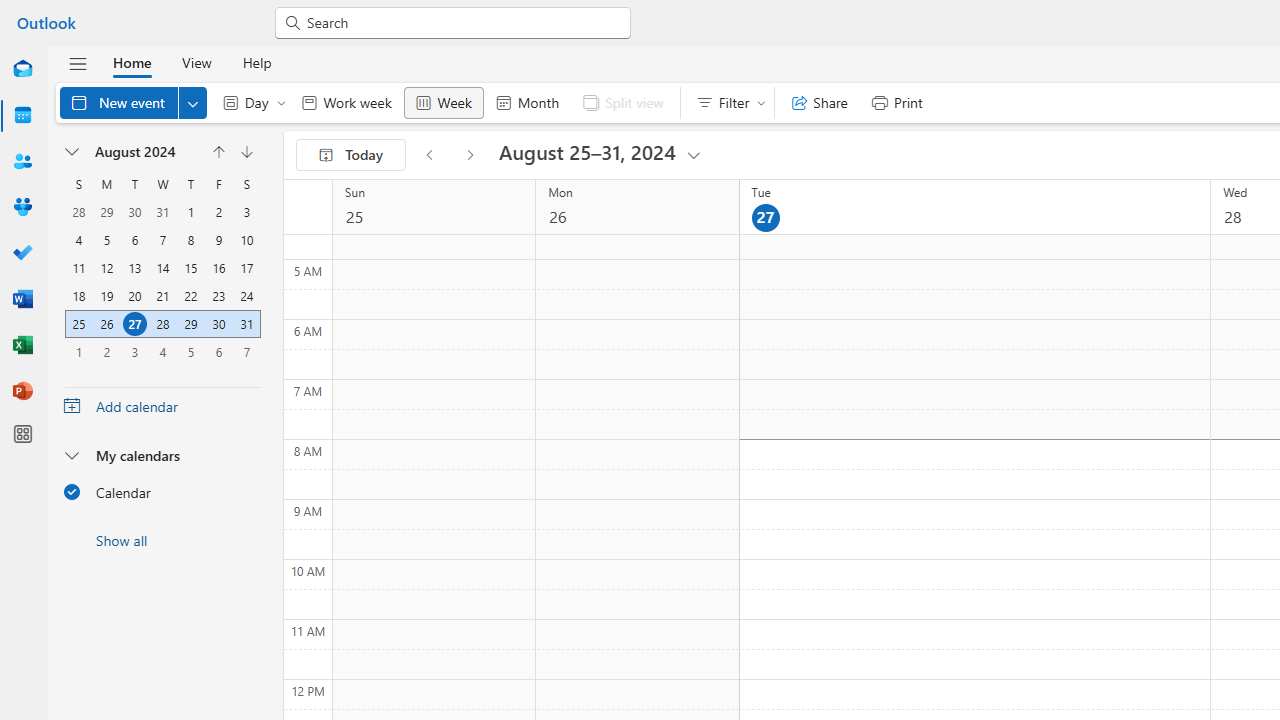  What do you see at coordinates (134, 296) in the screenshot?
I see `'20, August, 2024'` at bounding box center [134, 296].